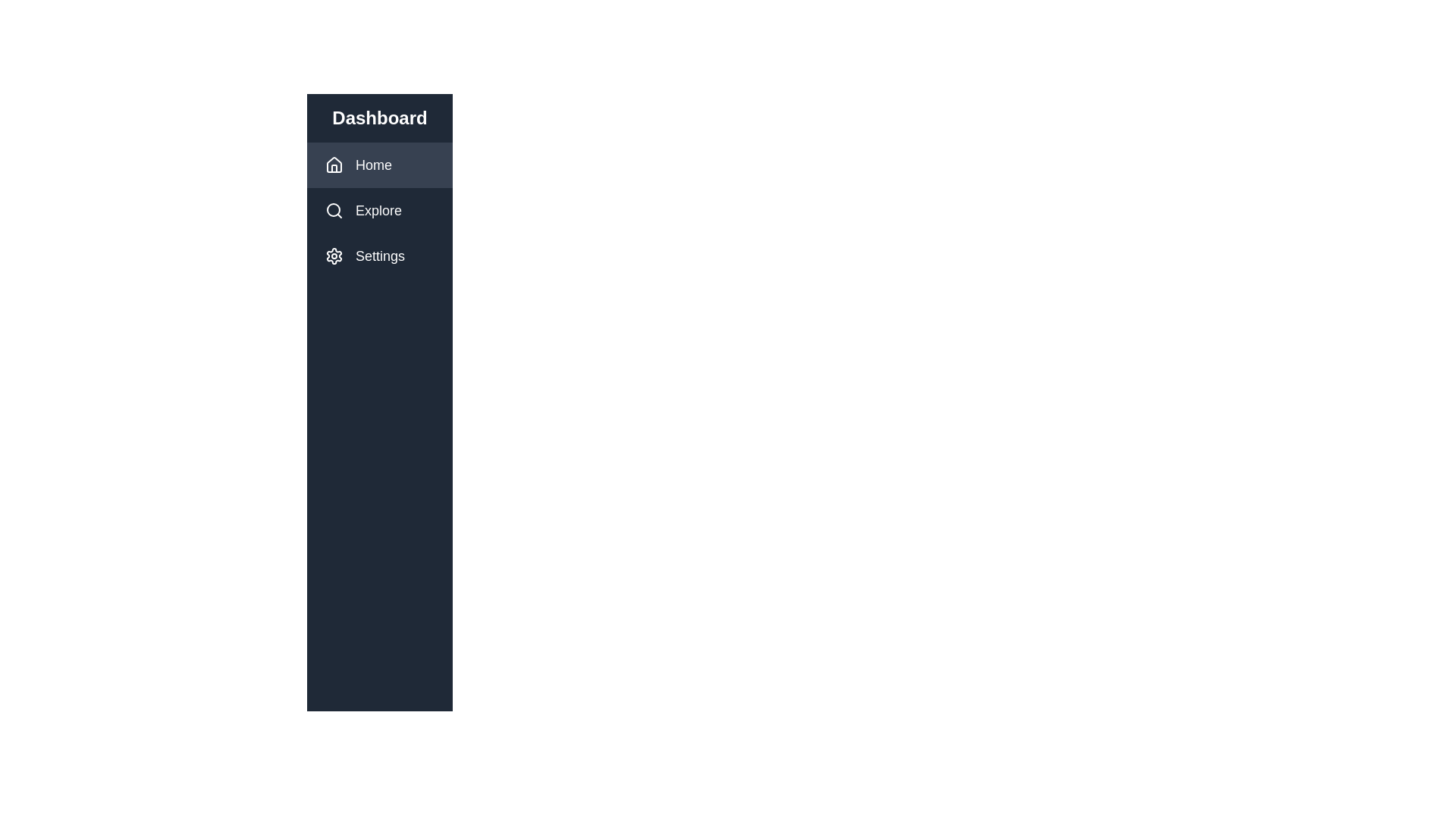 The image size is (1456, 819). I want to click on the 'Settings' button in the vertical navigation menu, which features a gear-shaped icon and is the third option below 'Home' and 'Explore', so click(379, 256).